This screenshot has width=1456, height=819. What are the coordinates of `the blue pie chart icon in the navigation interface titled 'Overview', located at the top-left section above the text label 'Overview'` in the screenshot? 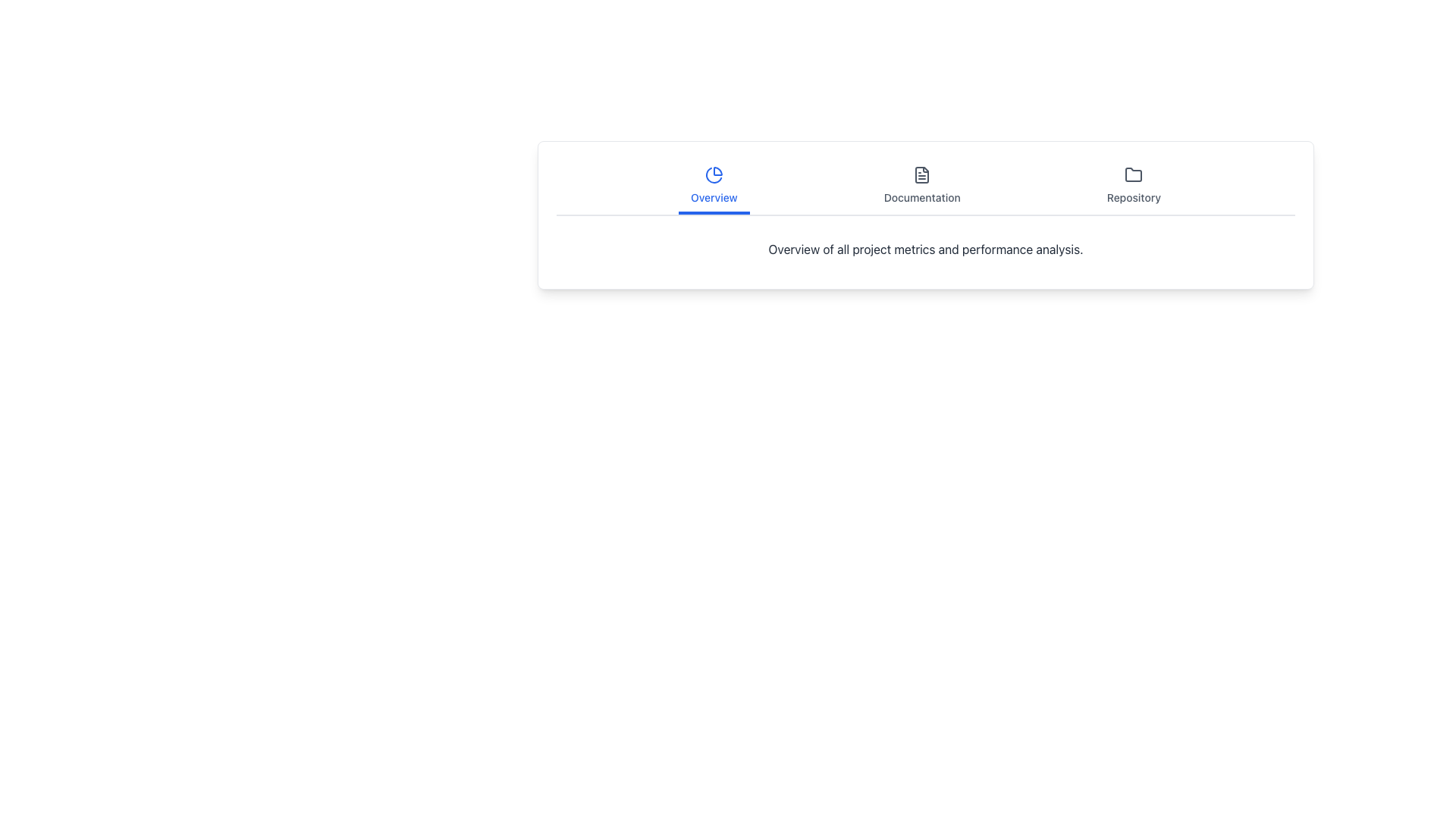 It's located at (713, 174).